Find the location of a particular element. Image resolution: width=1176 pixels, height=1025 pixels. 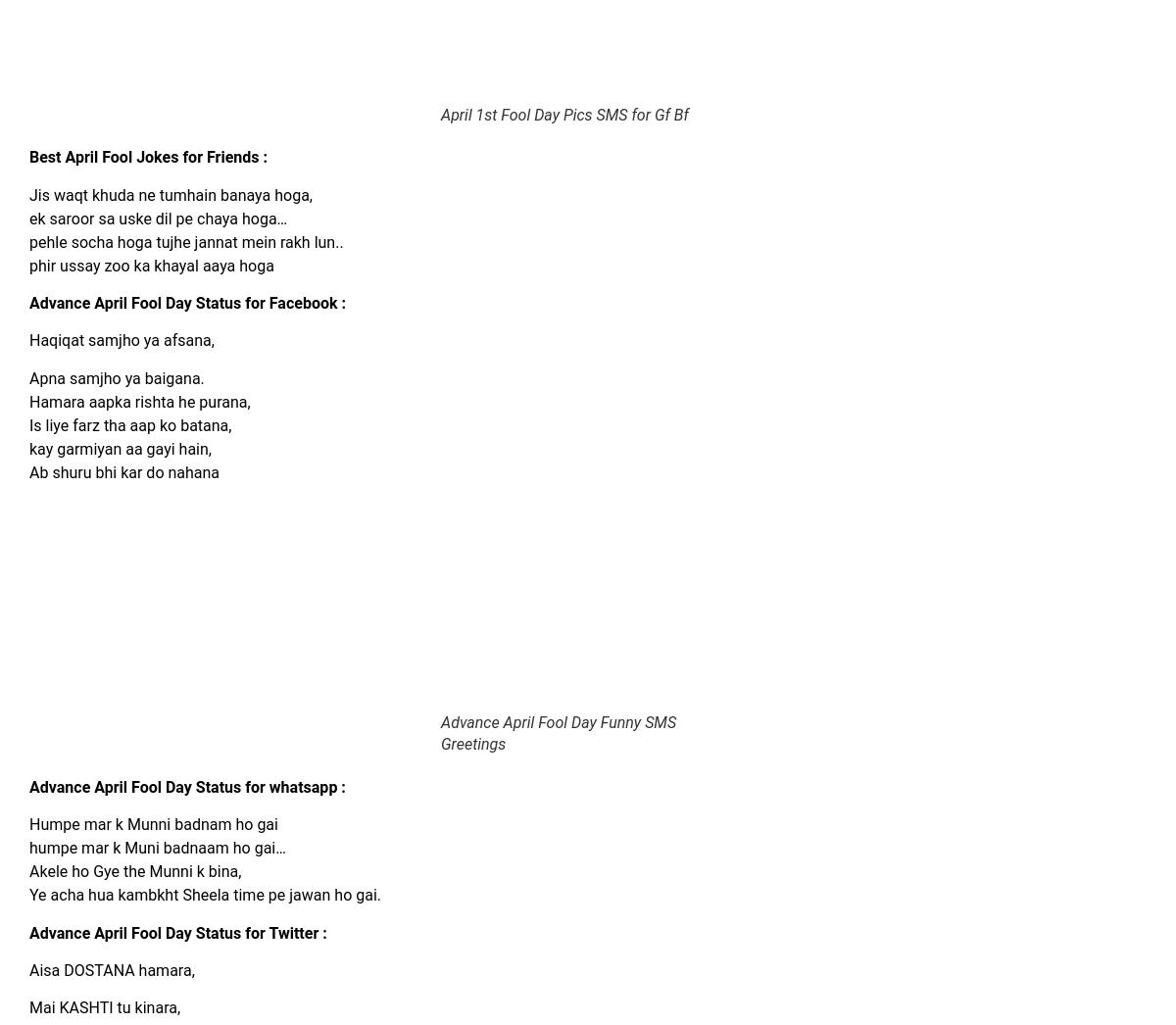

'April 1st Fool Day Pics SMS for Gf Bf' is located at coordinates (441, 113).